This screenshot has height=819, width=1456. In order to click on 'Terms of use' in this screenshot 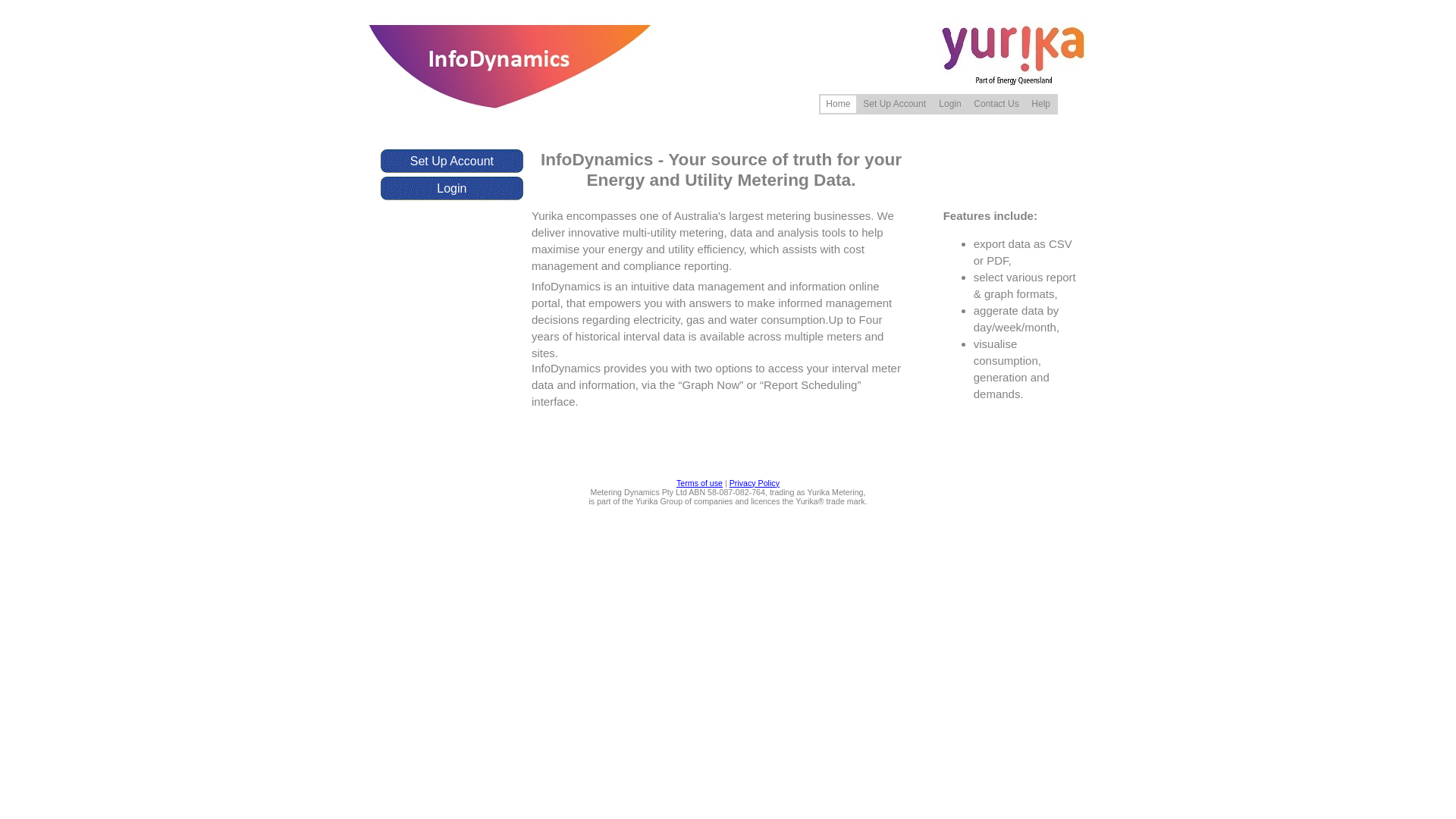, I will do `click(698, 482)`.